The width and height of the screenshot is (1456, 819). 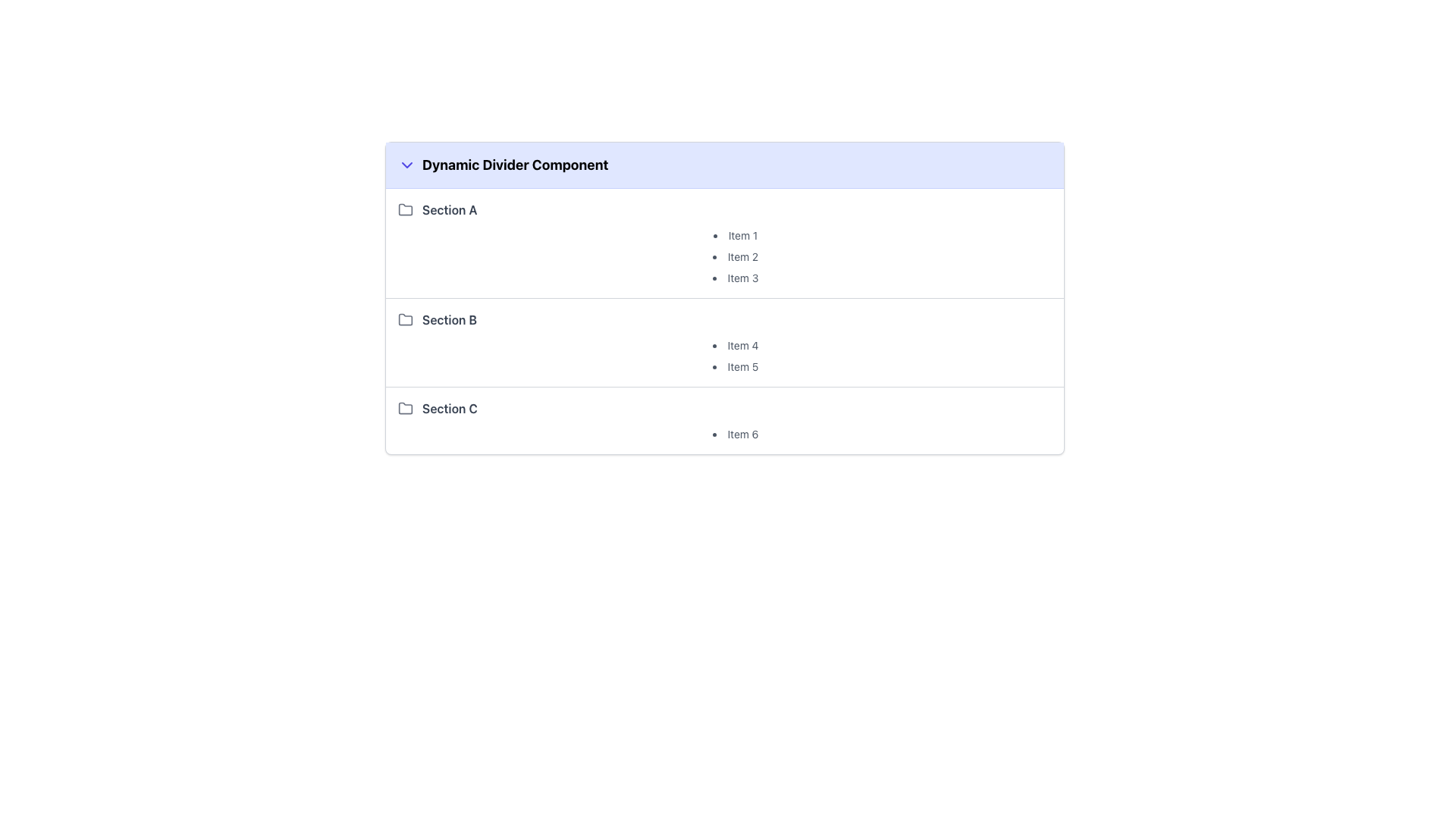 What do you see at coordinates (405, 406) in the screenshot?
I see `the icon indicating the folder related to 'Section C', which is the third section in the list` at bounding box center [405, 406].